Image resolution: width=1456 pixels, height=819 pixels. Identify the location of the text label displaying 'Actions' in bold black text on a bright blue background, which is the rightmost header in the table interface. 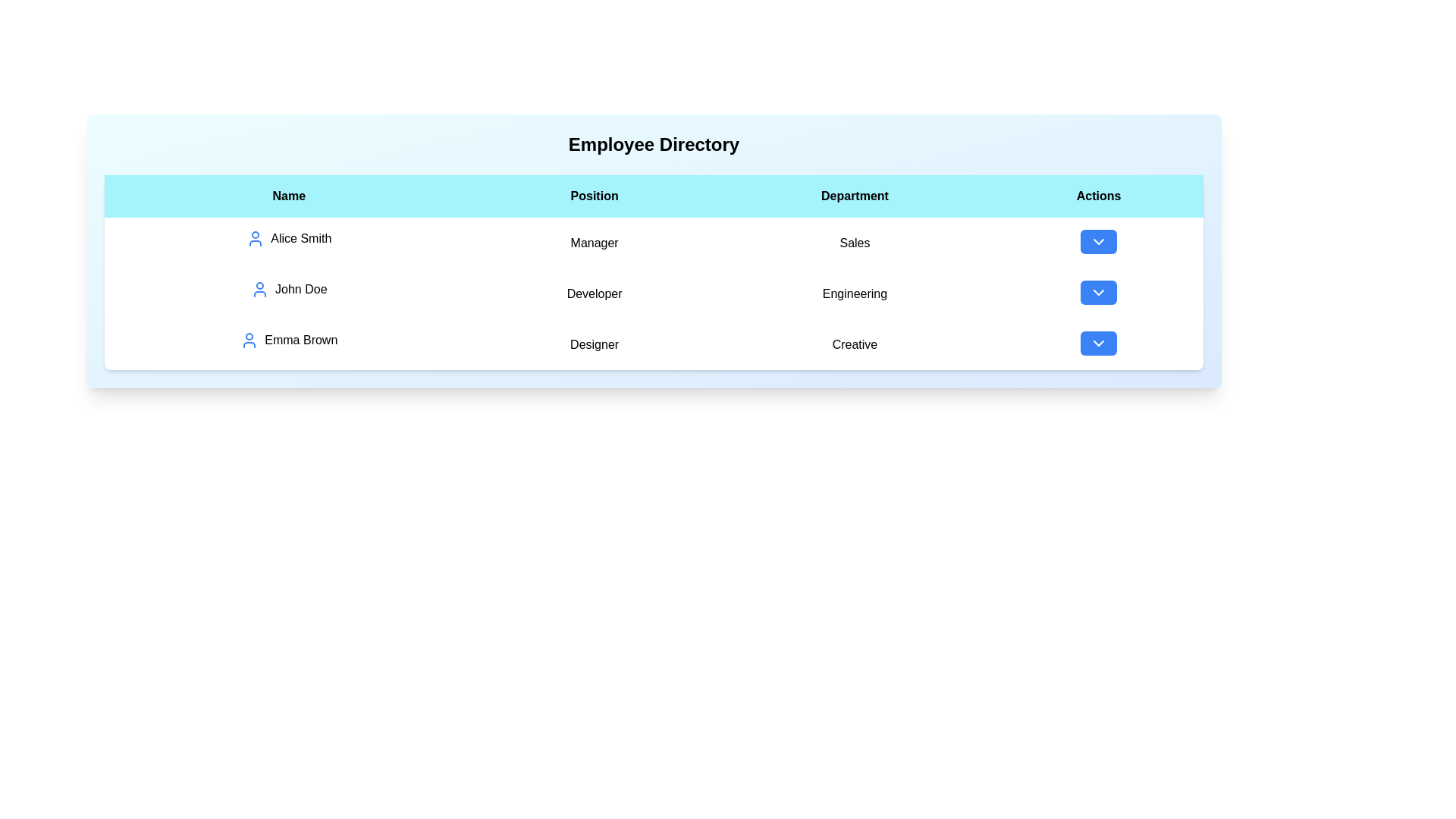
(1099, 195).